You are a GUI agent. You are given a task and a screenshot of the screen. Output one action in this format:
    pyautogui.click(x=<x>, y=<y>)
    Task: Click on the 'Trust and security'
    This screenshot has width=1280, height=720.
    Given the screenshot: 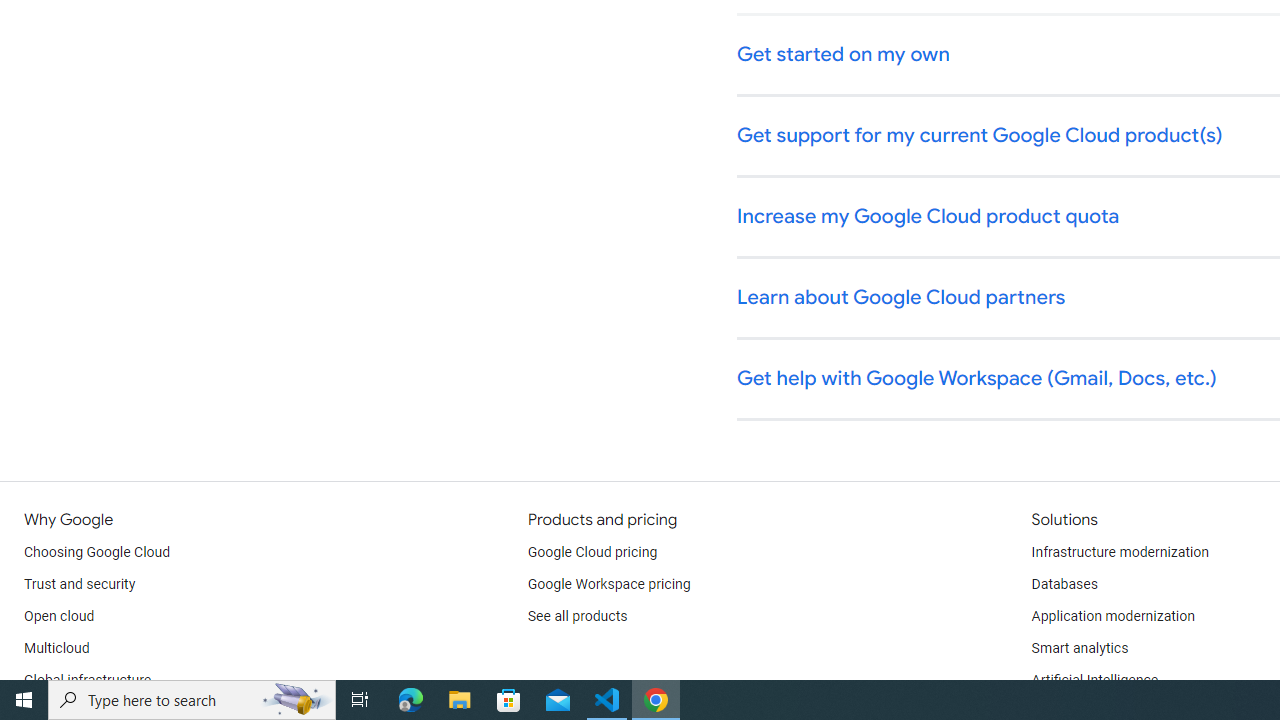 What is the action you would take?
    pyautogui.click(x=80, y=585)
    